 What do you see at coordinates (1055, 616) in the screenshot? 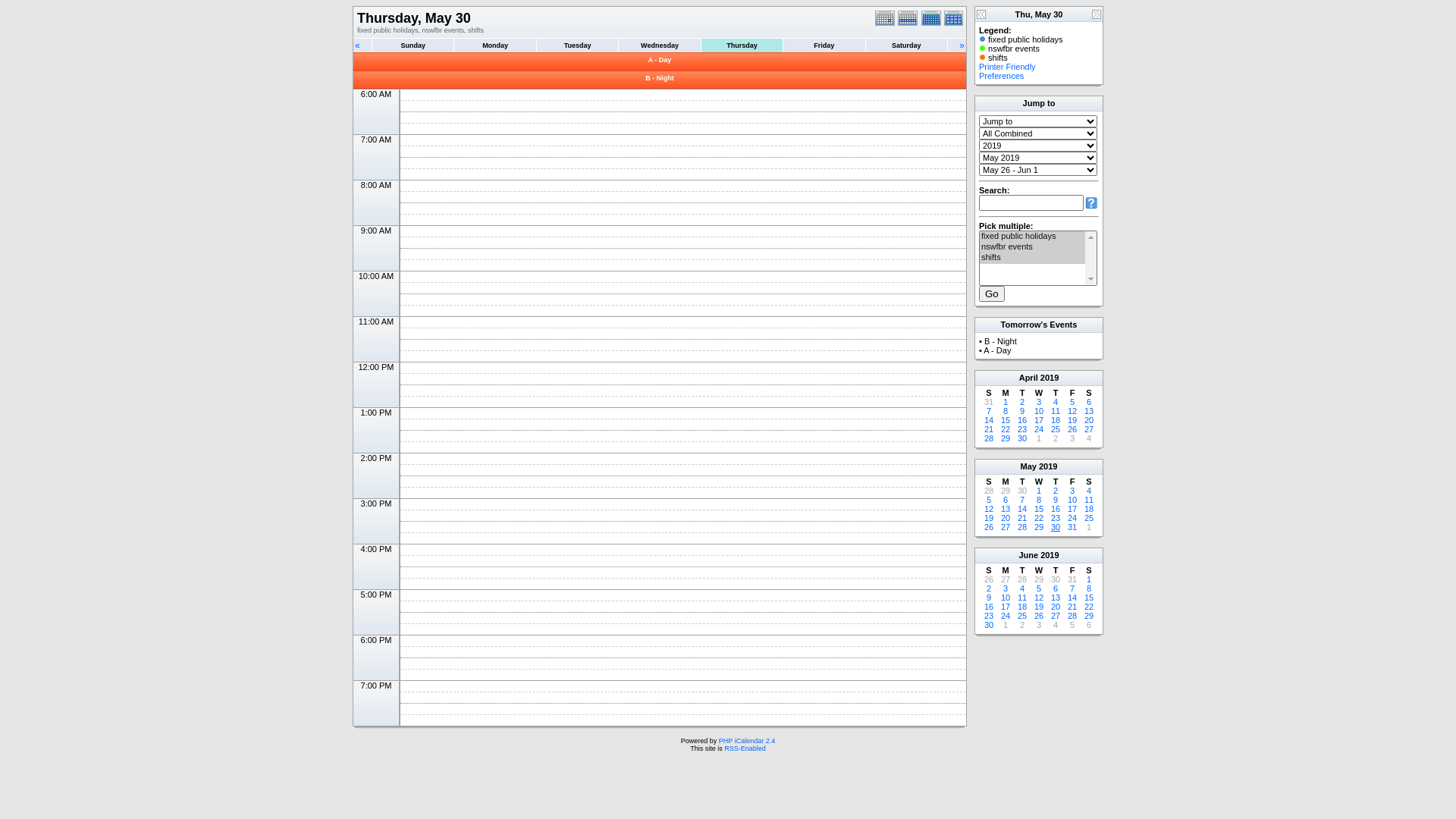
I see `'27'` at bounding box center [1055, 616].